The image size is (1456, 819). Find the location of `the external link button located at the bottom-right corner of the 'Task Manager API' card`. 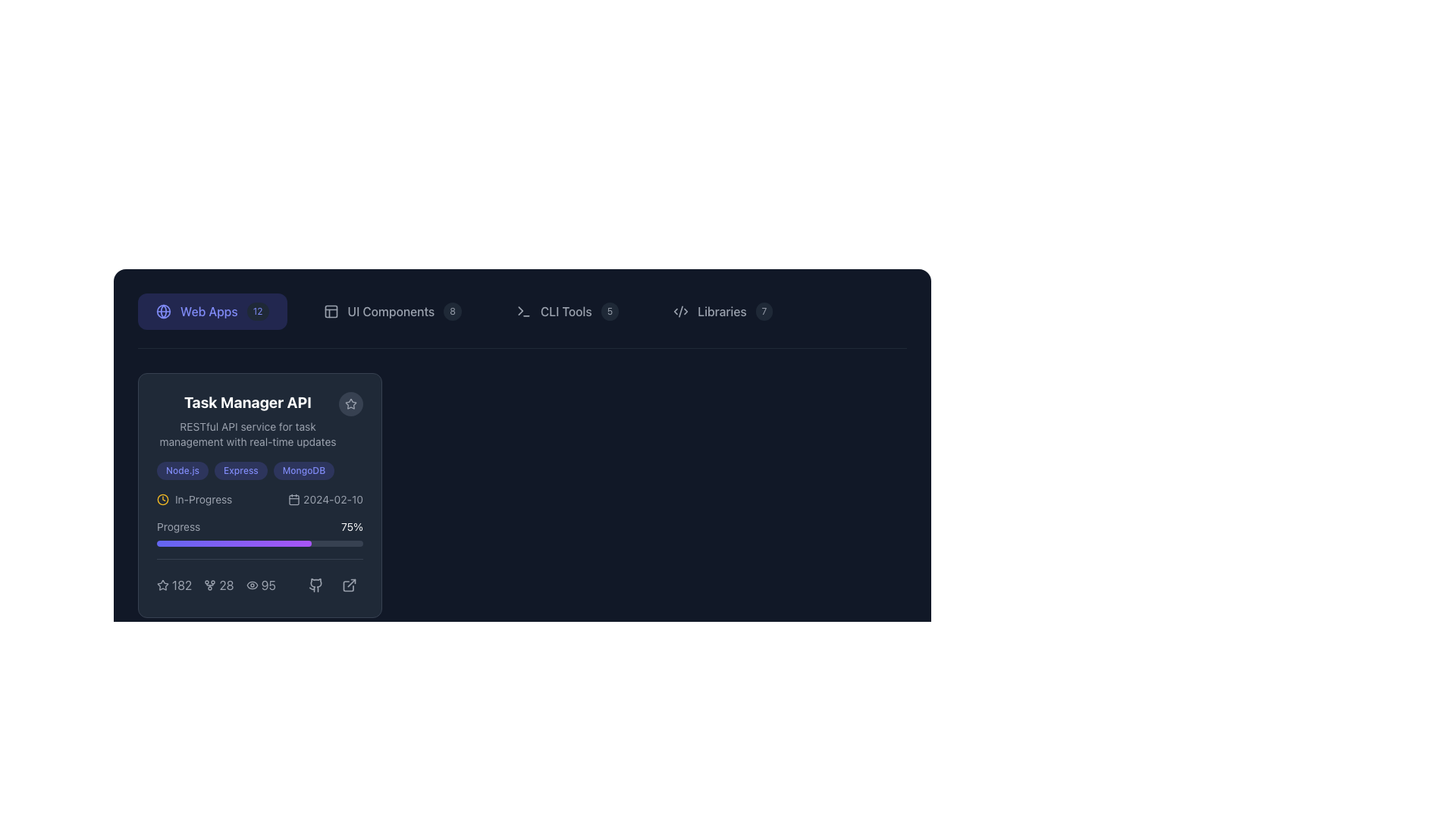

the external link button located at the bottom-right corner of the 'Task Manager API' card is located at coordinates (348, 584).